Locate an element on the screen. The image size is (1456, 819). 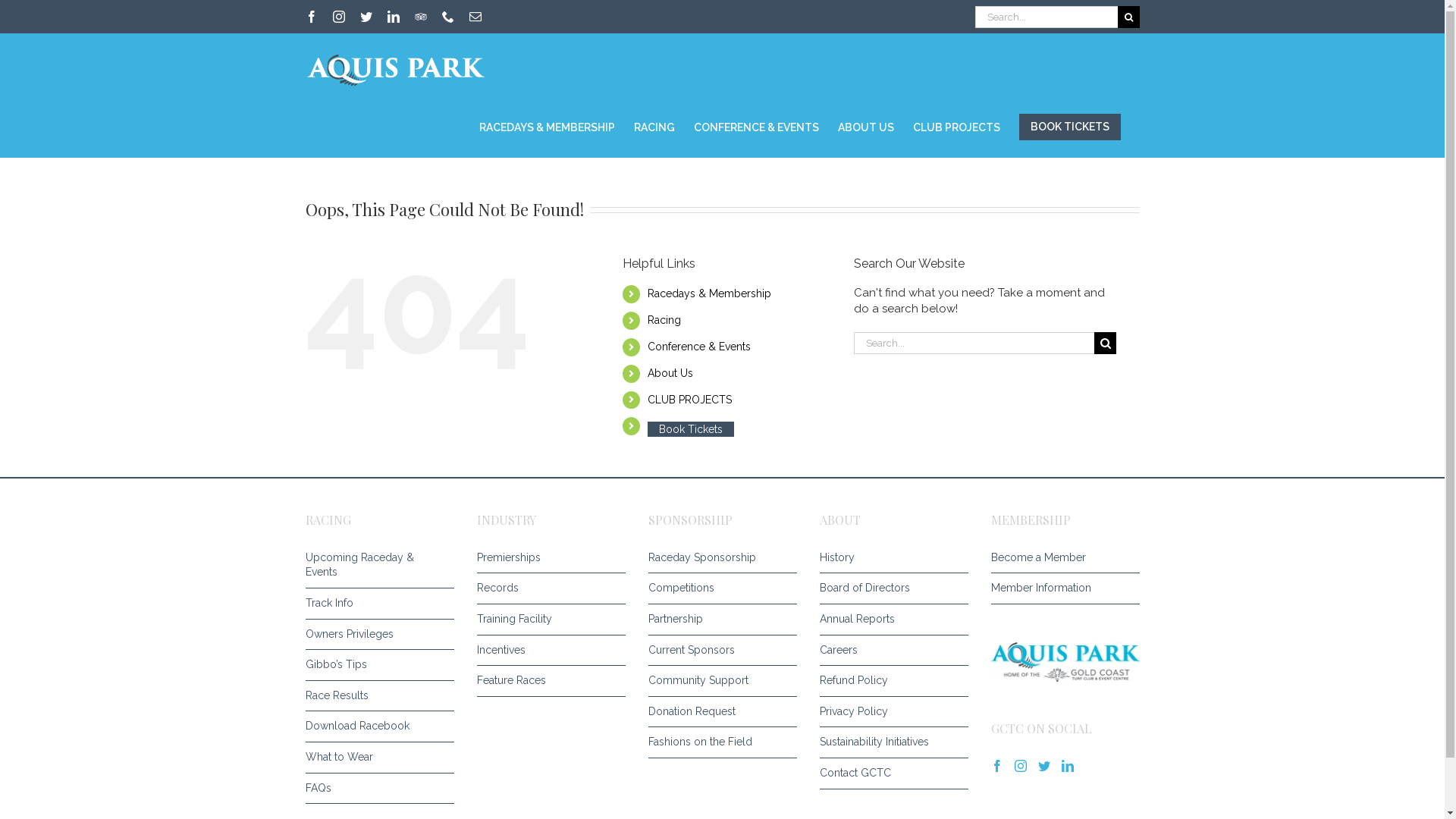
'Records' is located at coordinates (546, 587).